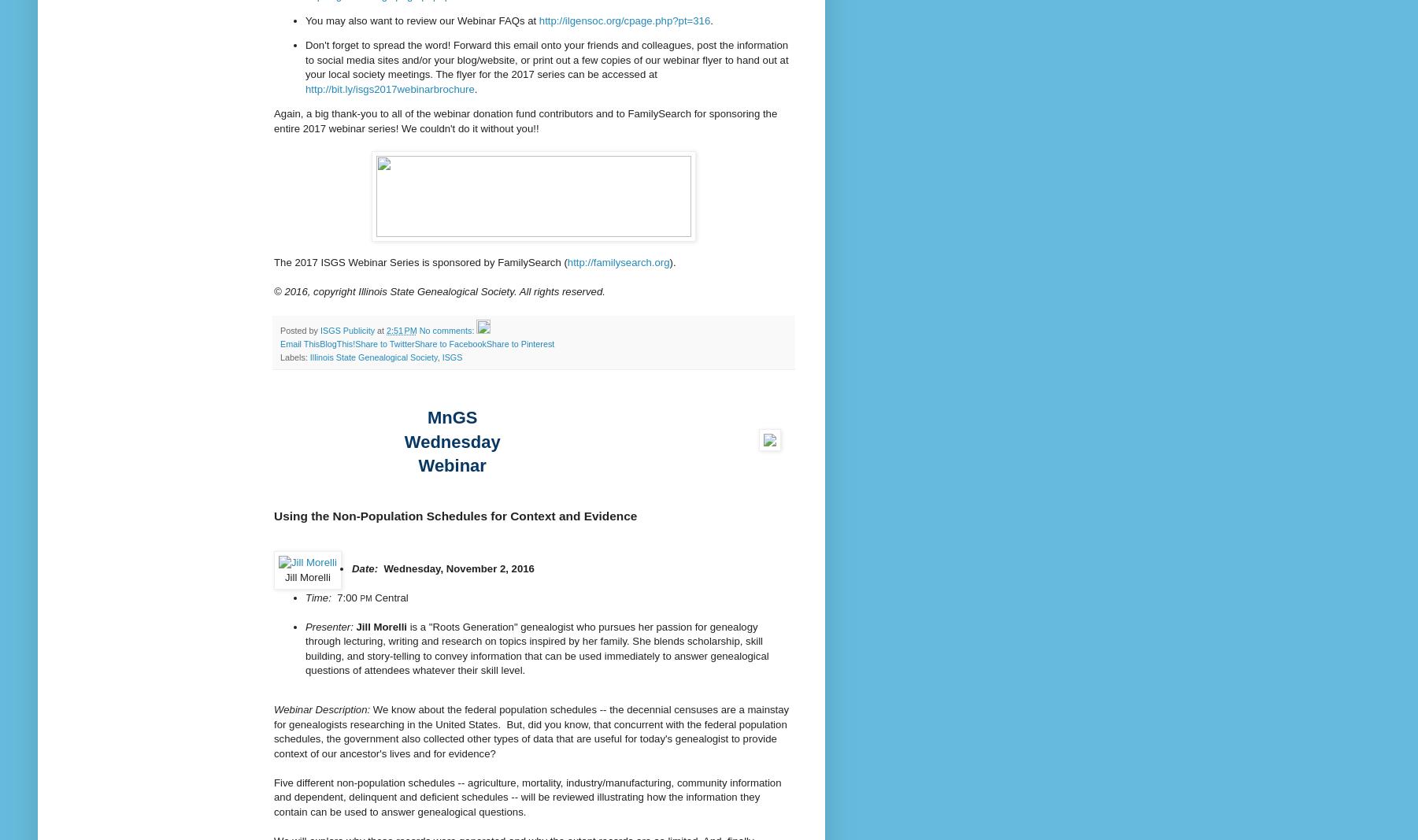  What do you see at coordinates (305, 596) in the screenshot?
I see `'Time:'` at bounding box center [305, 596].